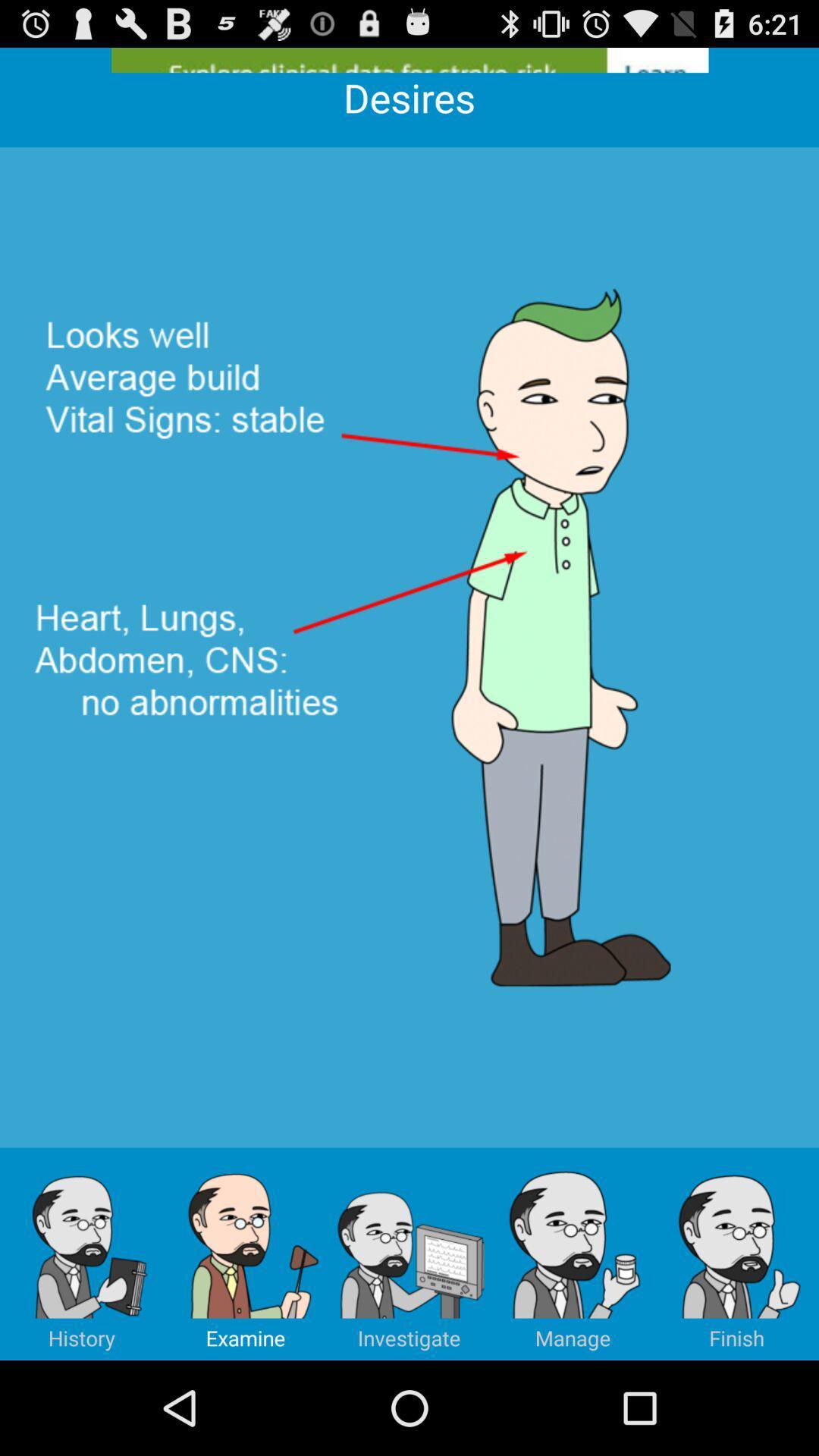  What do you see at coordinates (409, 1254) in the screenshot?
I see `the icon at the bottom` at bounding box center [409, 1254].